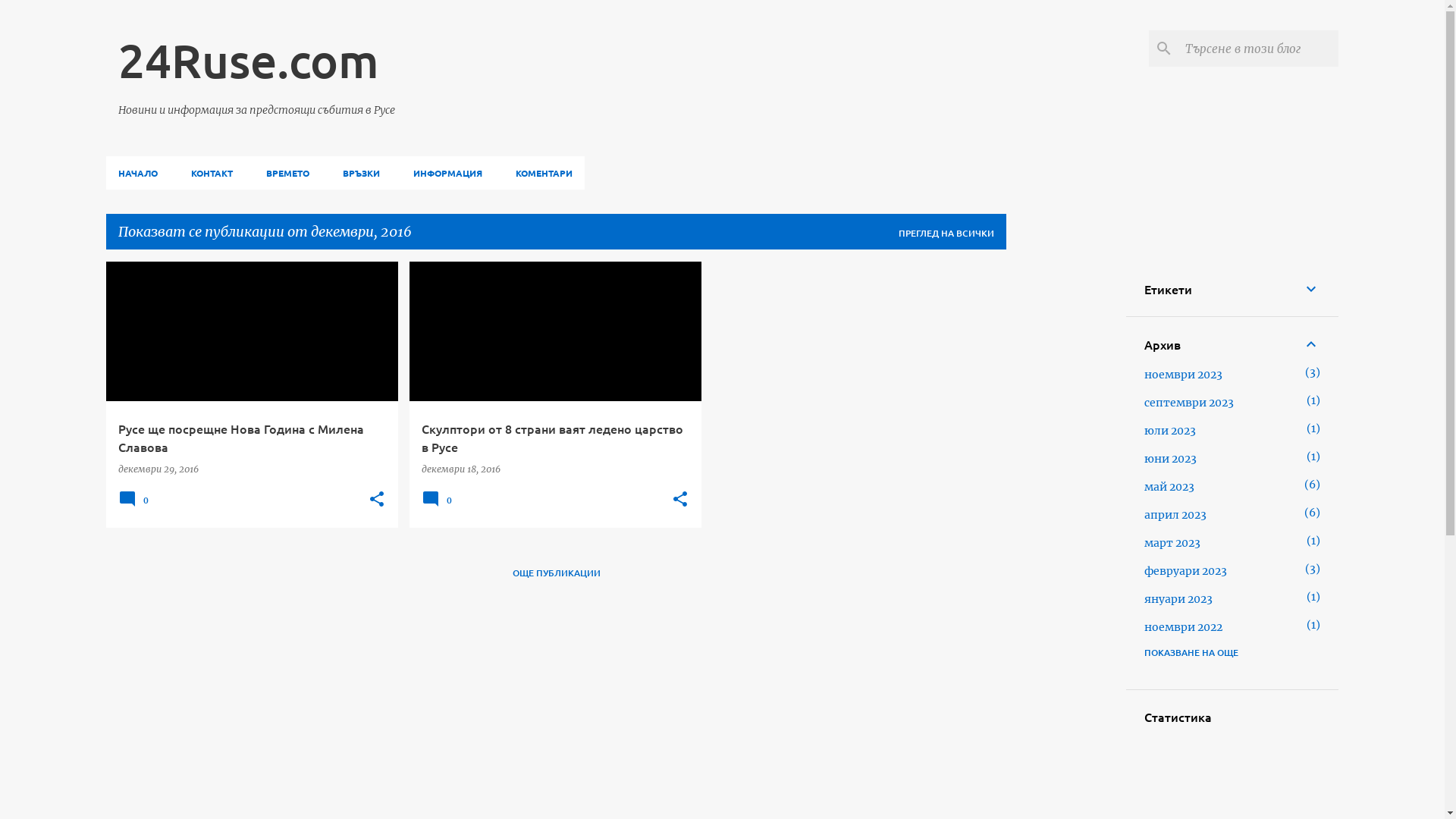 The width and height of the screenshot is (1456, 819). Describe the element at coordinates (1018, 488) in the screenshot. I see `'Advertisement'` at that location.